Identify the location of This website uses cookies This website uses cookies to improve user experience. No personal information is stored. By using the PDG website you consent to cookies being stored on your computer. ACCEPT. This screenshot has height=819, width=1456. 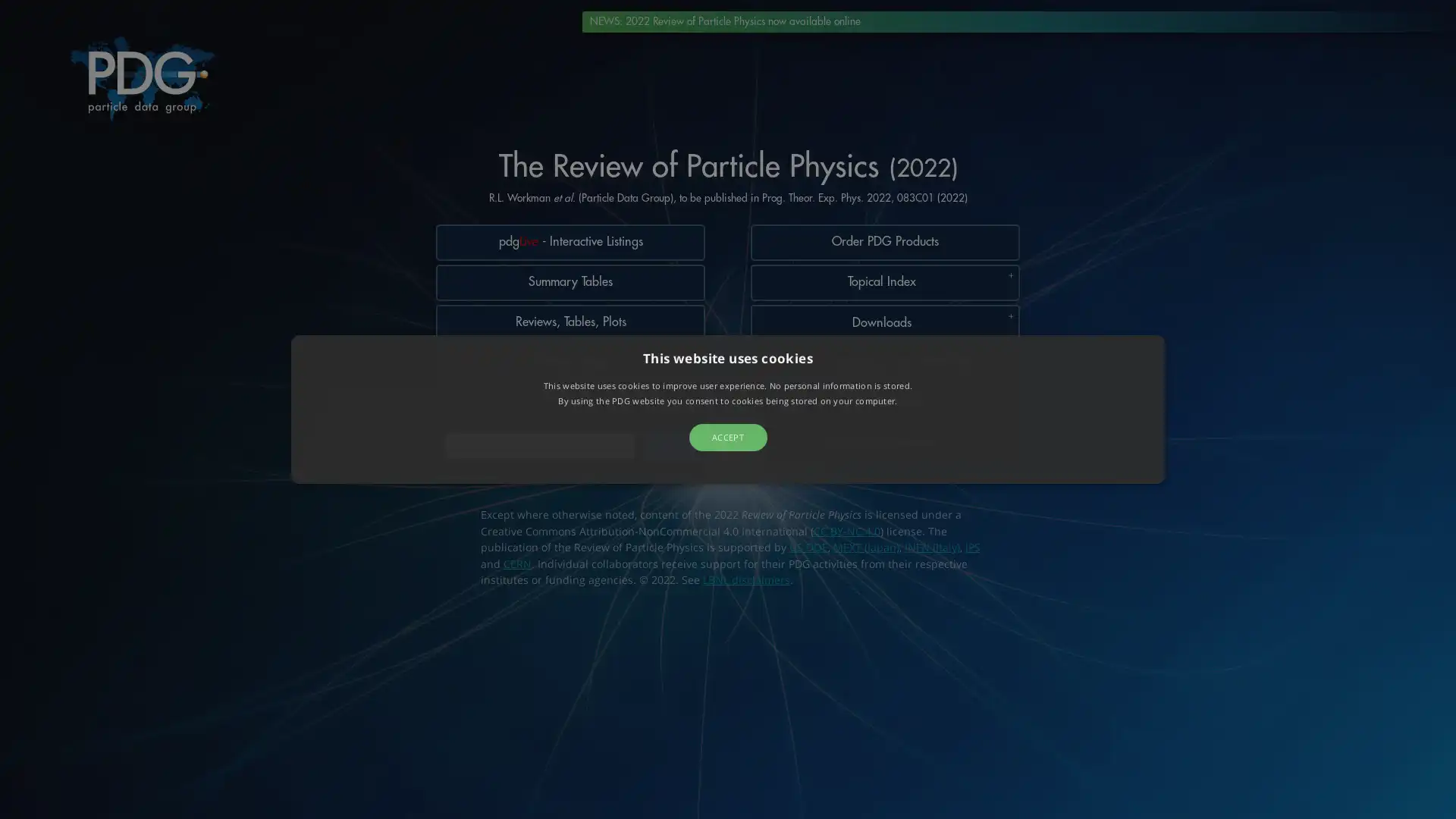
(728, 408).